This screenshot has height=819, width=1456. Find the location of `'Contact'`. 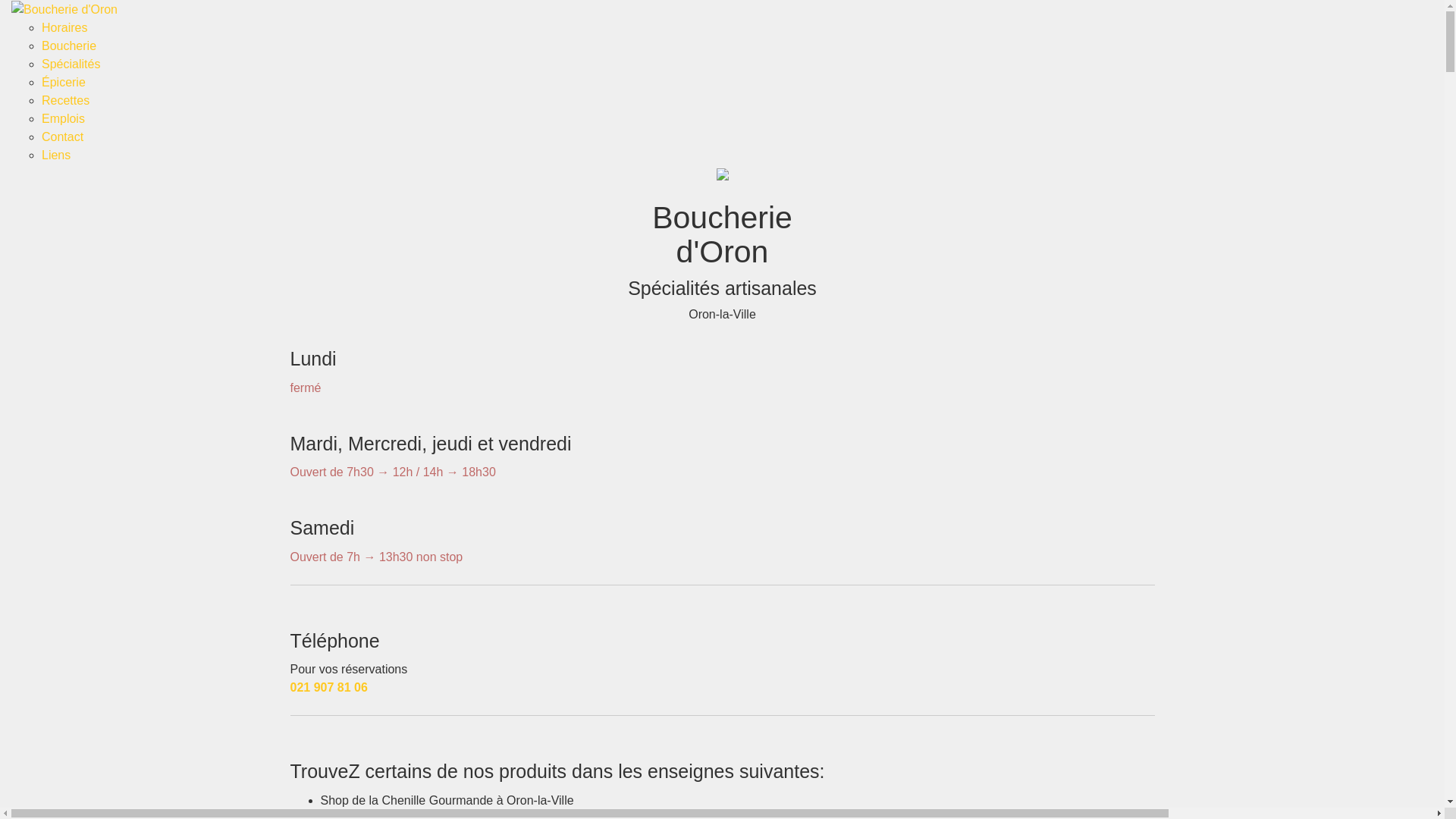

'Contact' is located at coordinates (41, 136).